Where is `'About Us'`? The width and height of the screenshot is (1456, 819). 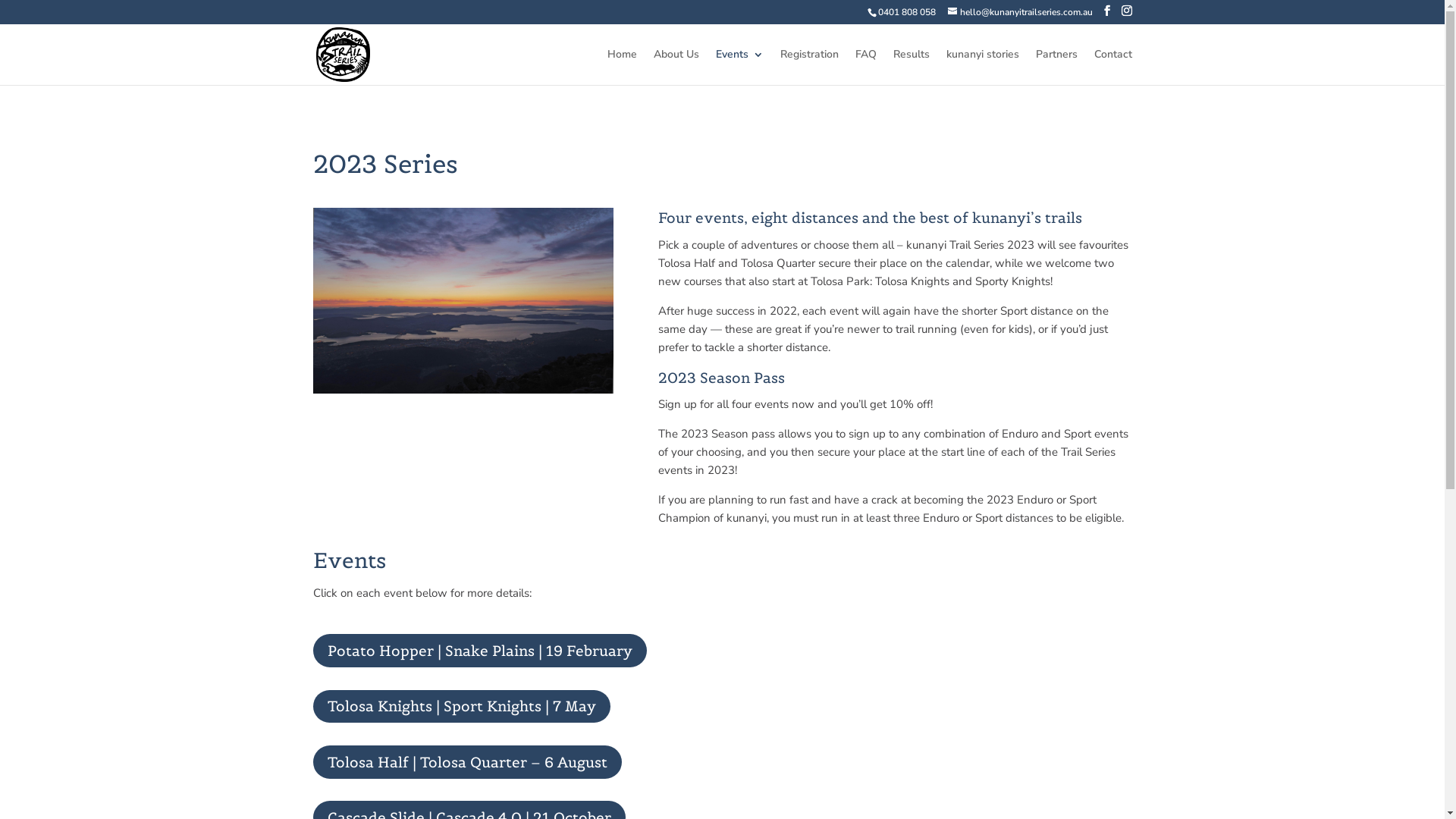
'About Us' is located at coordinates (676, 66).